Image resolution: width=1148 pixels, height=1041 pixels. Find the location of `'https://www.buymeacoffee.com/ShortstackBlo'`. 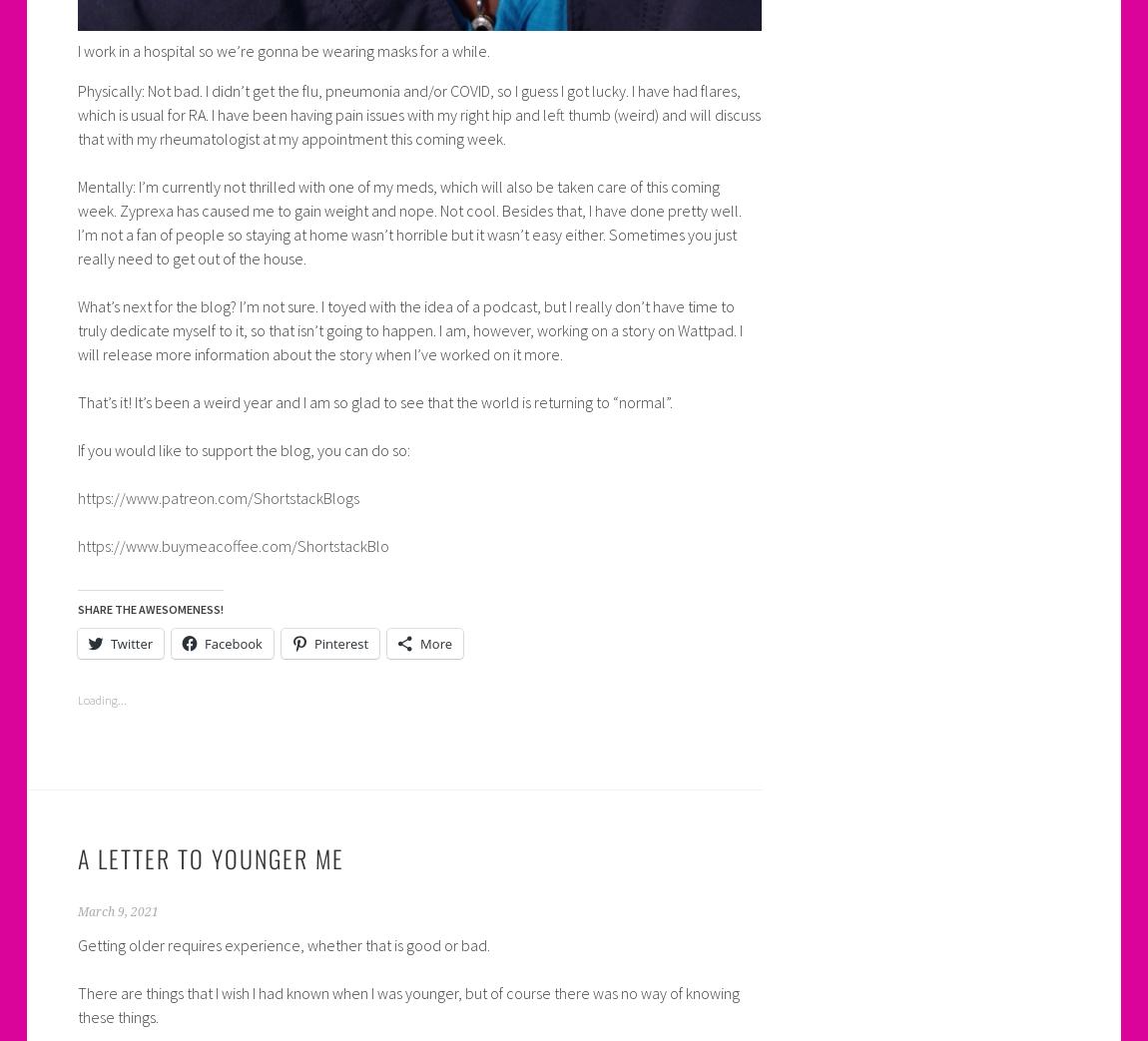

'https://www.buymeacoffee.com/ShortstackBlo' is located at coordinates (231, 545).